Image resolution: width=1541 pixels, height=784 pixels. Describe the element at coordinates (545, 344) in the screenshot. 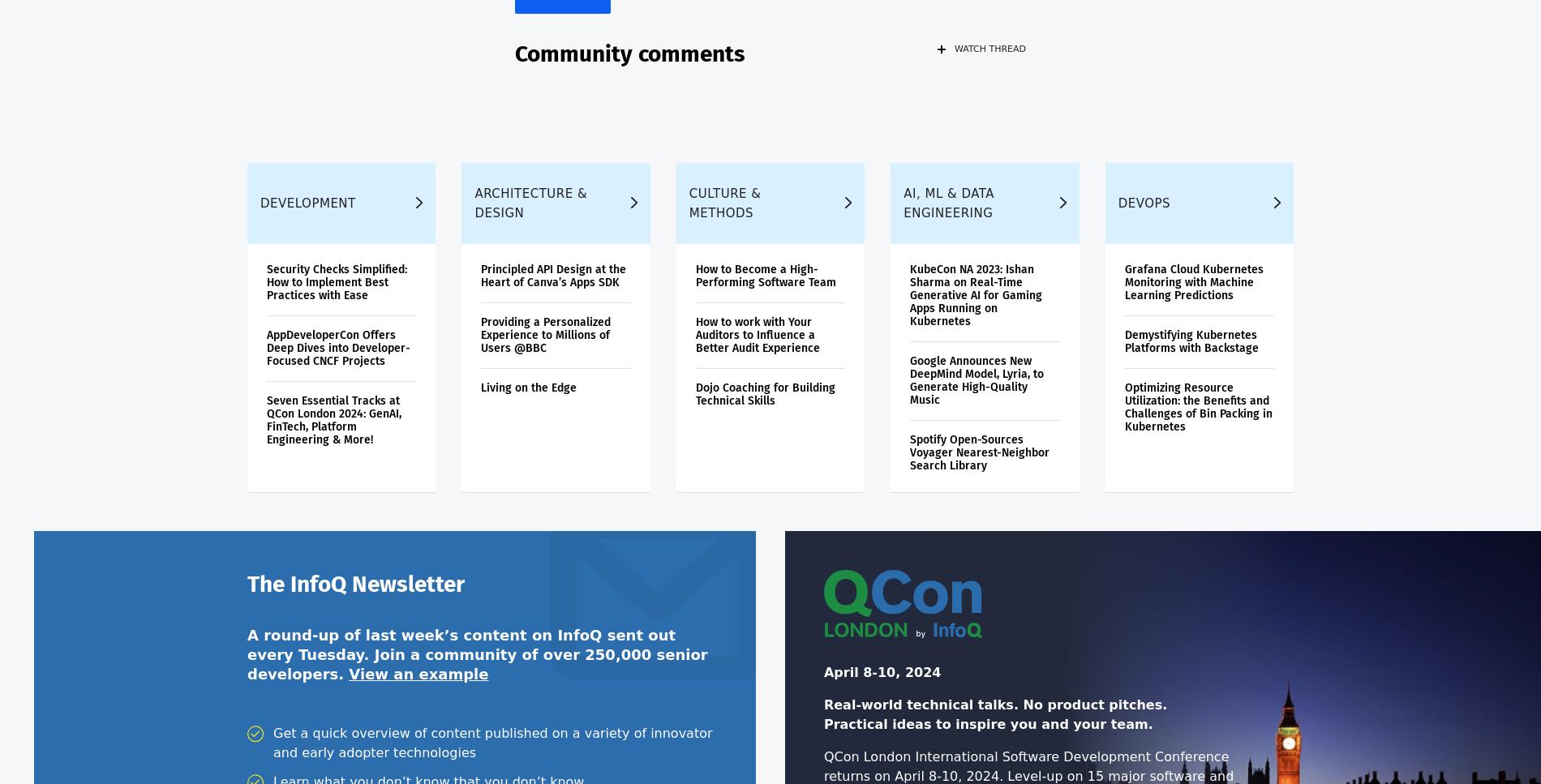

I see `'Providing a Personalized Experience to Millions of Users @BBC'` at that location.